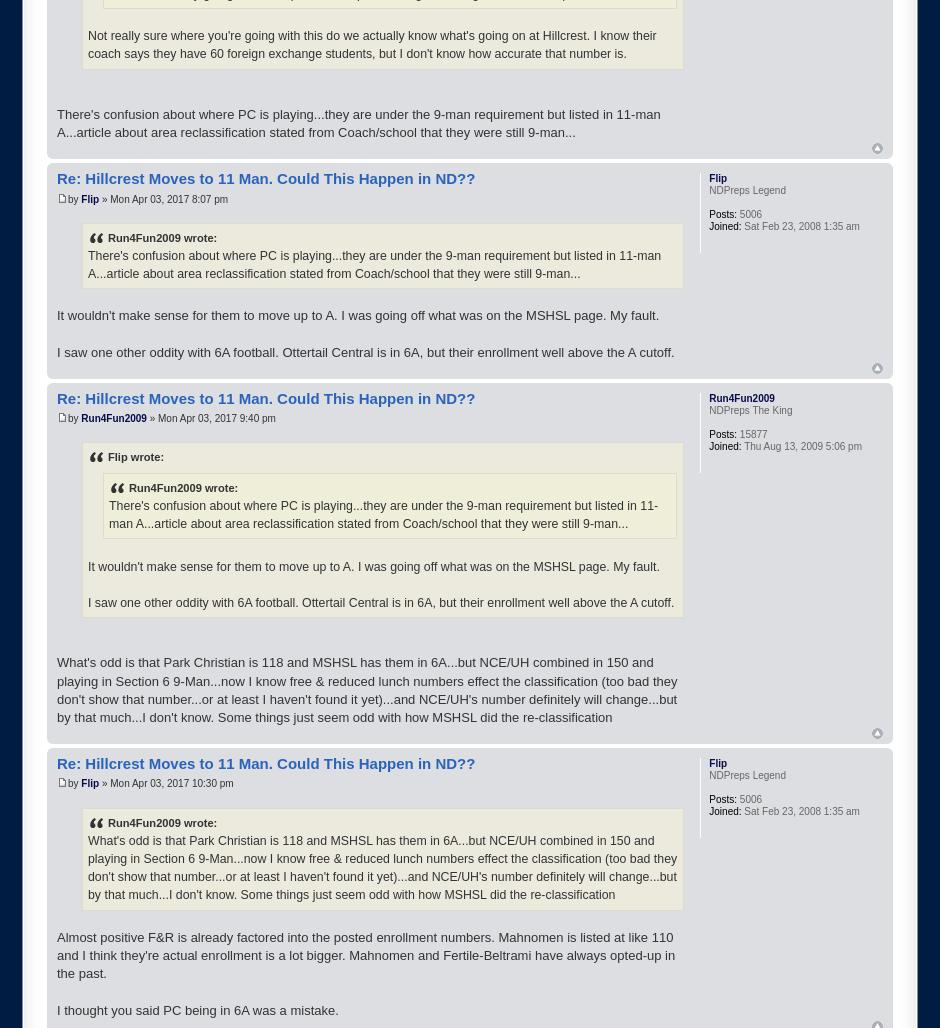 The height and width of the screenshot is (1028, 940). I want to click on 'Thu Aug 13, 2009 5:06 pm', so click(801, 445).